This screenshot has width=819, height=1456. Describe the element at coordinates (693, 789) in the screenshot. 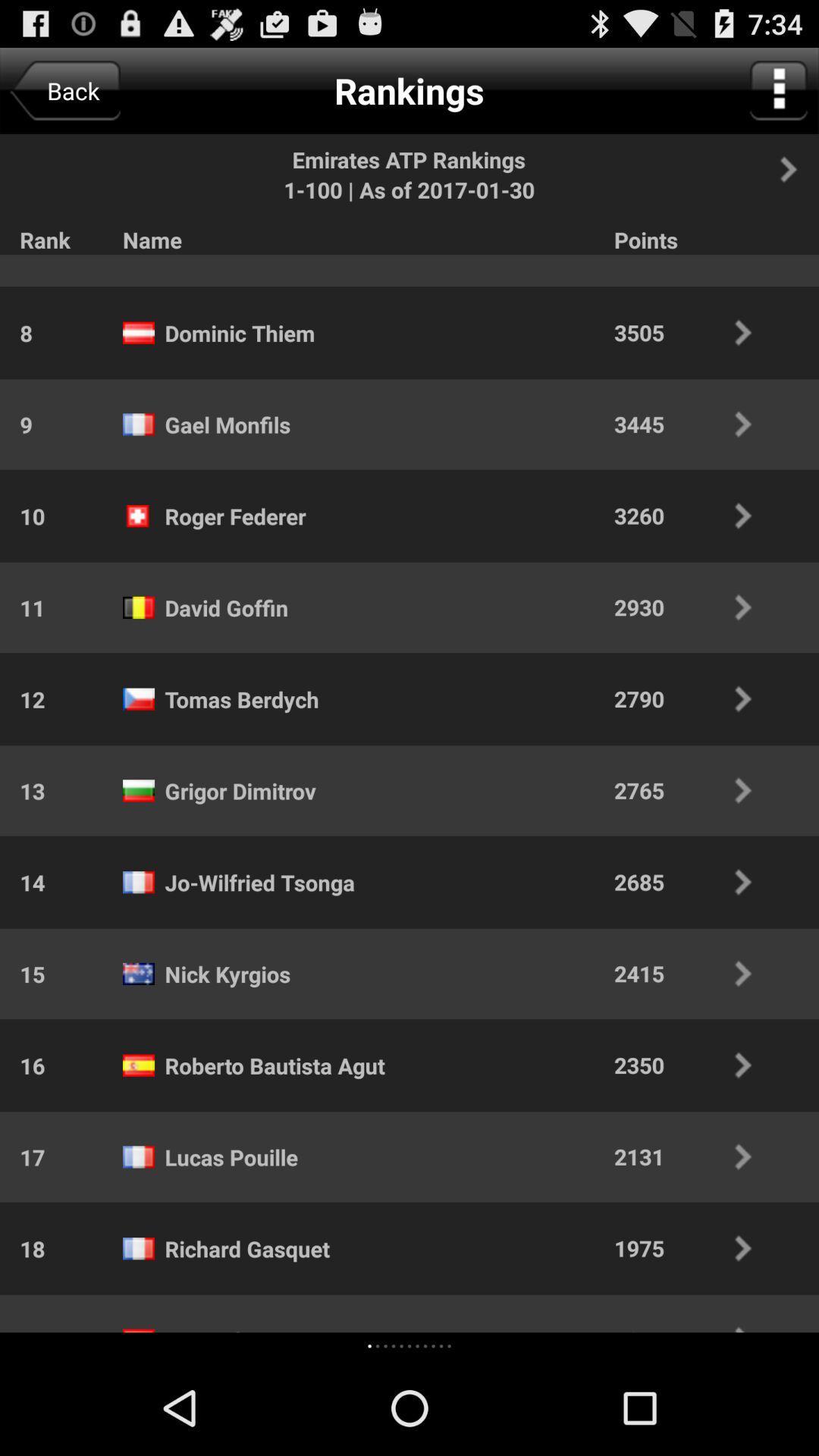

I see `the item next to grigor dimitrov item` at that location.